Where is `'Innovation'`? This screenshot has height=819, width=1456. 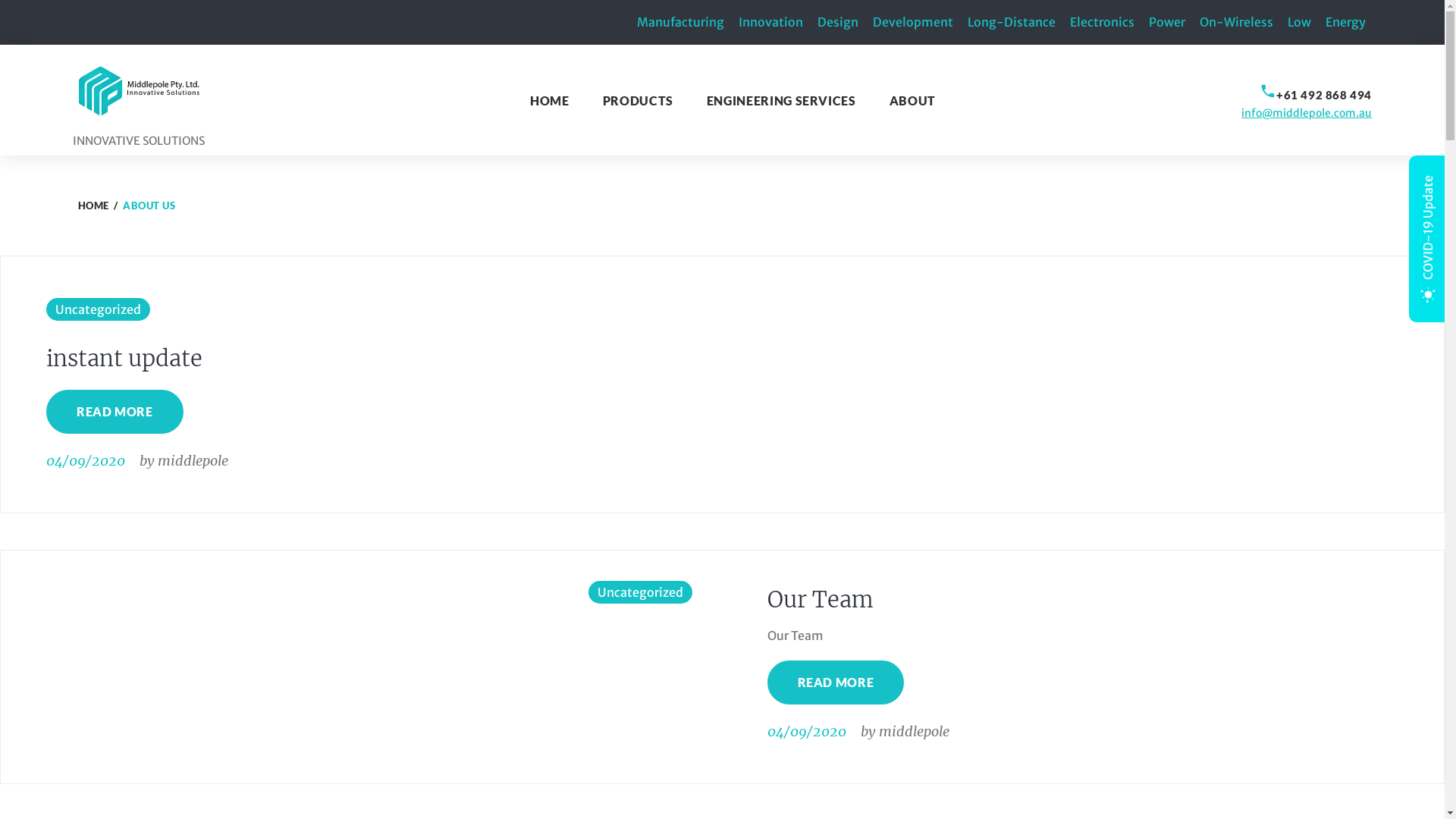 'Innovation' is located at coordinates (770, 22).